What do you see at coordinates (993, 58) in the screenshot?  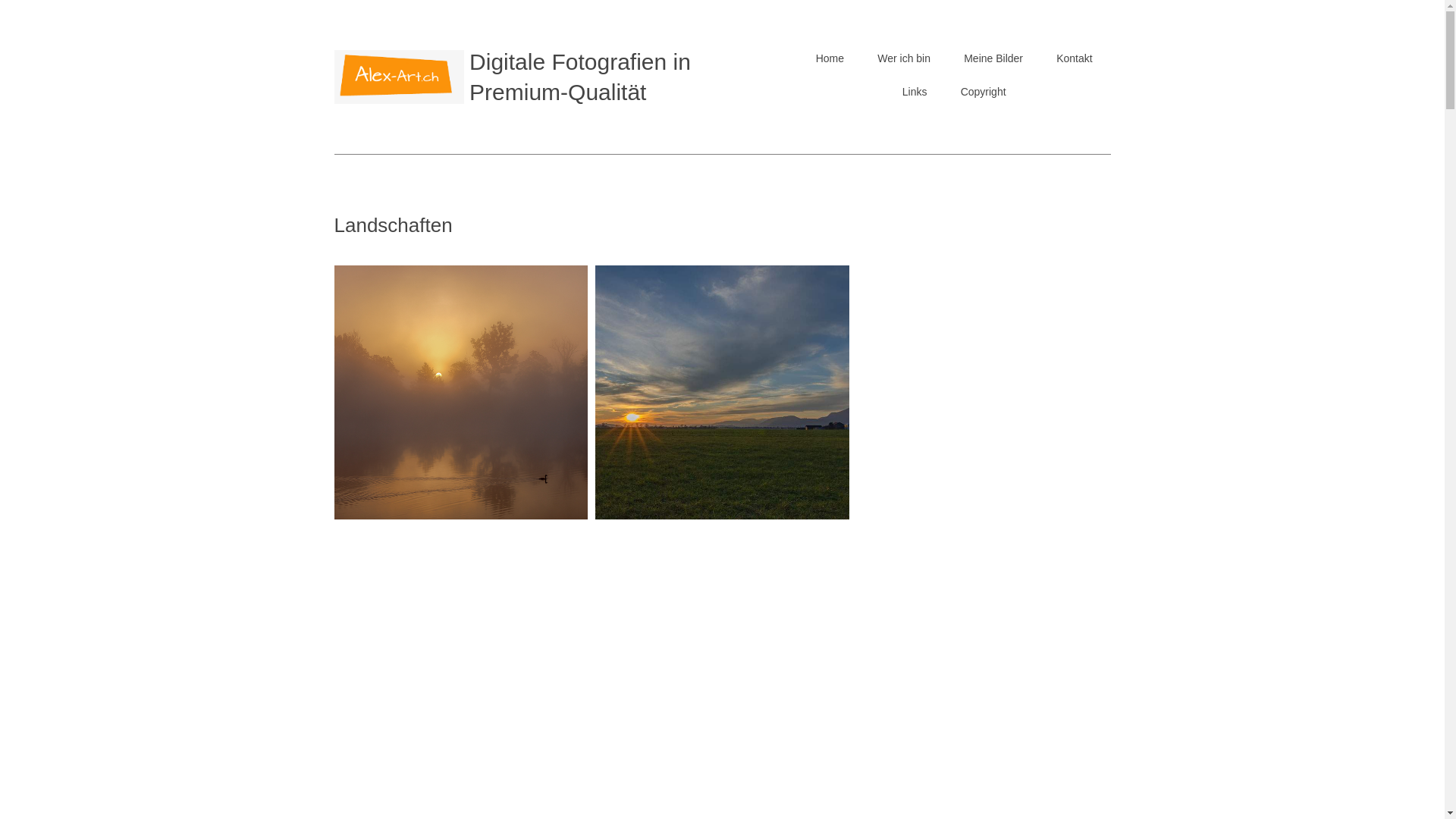 I see `'Meine Bilder'` at bounding box center [993, 58].